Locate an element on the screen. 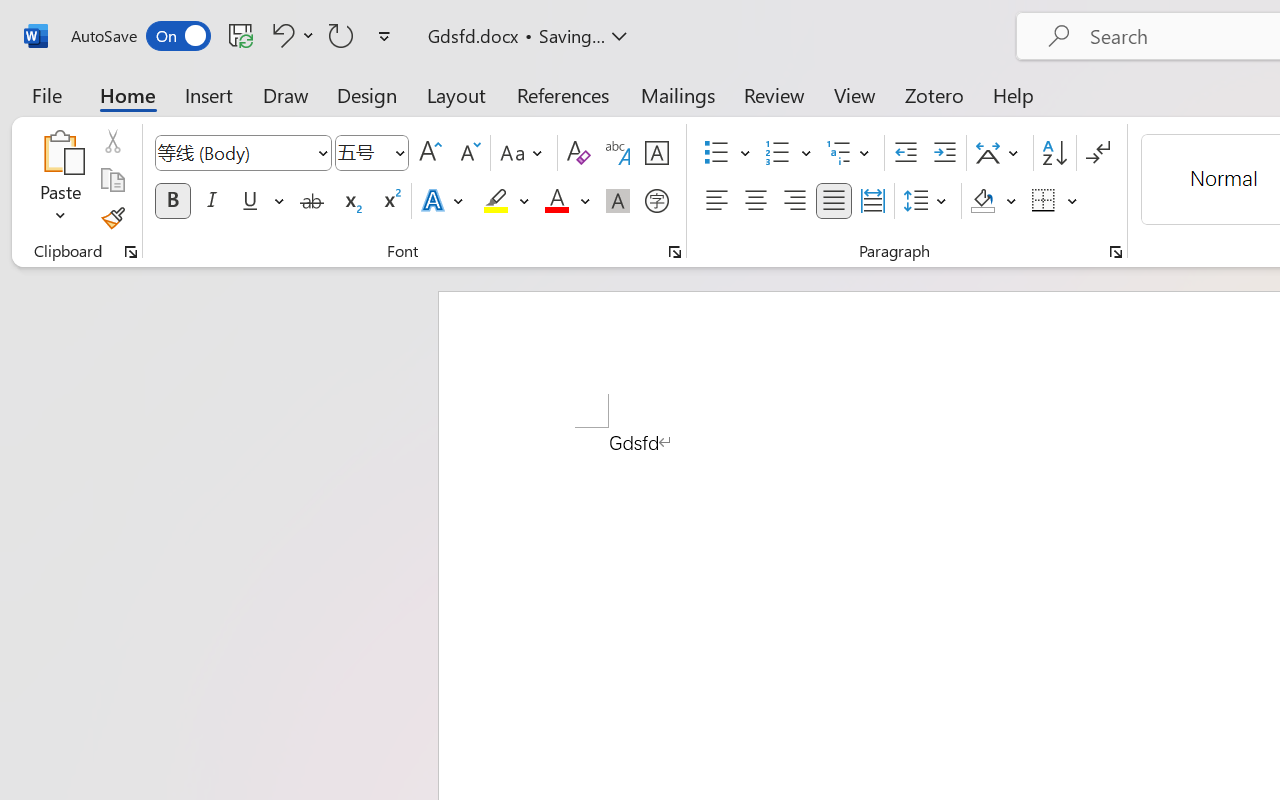 This screenshot has width=1280, height=800. 'Enclose Characters...' is located at coordinates (656, 201).